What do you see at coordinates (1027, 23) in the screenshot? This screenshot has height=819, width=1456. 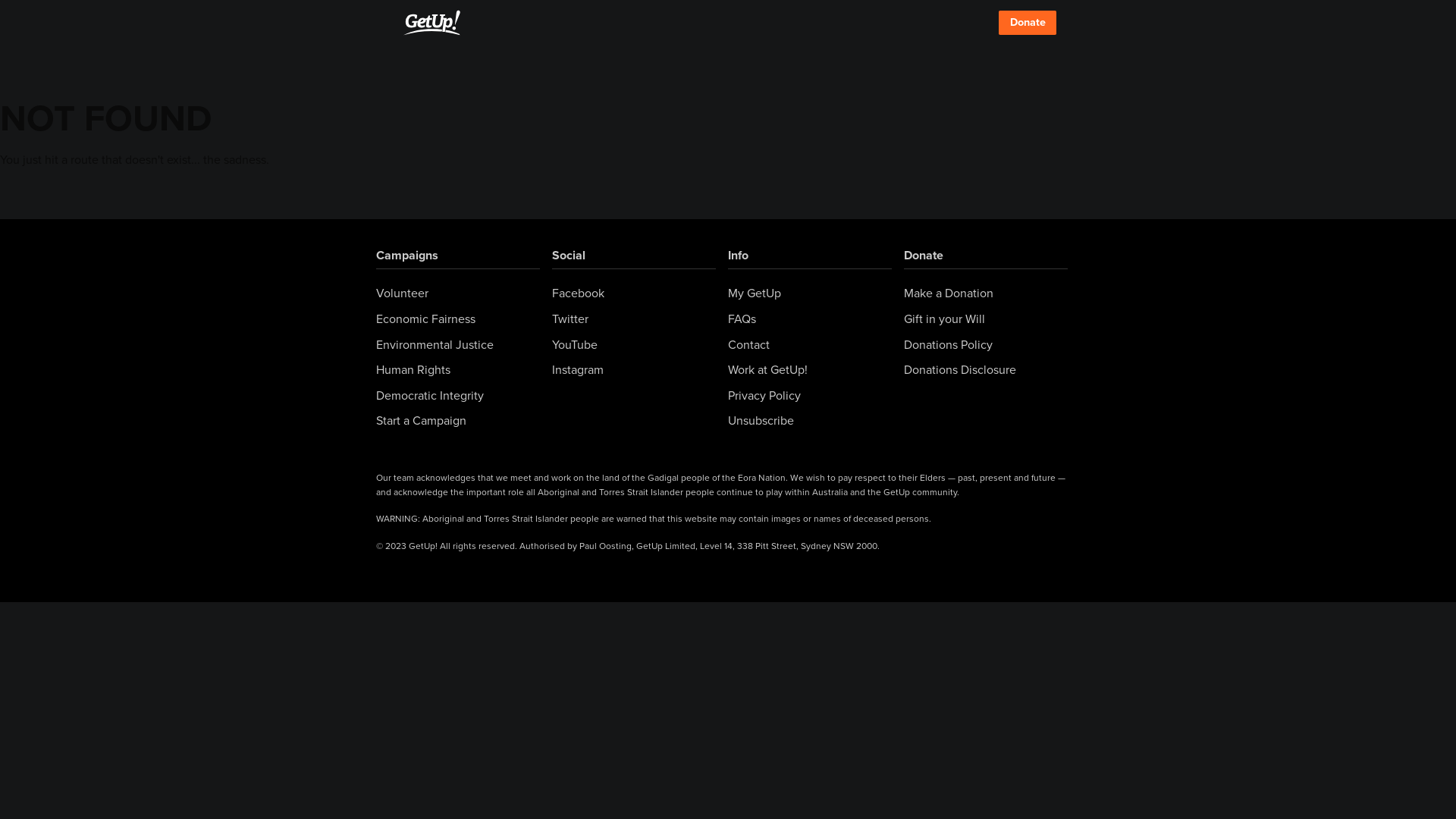 I see `'Donate'` at bounding box center [1027, 23].